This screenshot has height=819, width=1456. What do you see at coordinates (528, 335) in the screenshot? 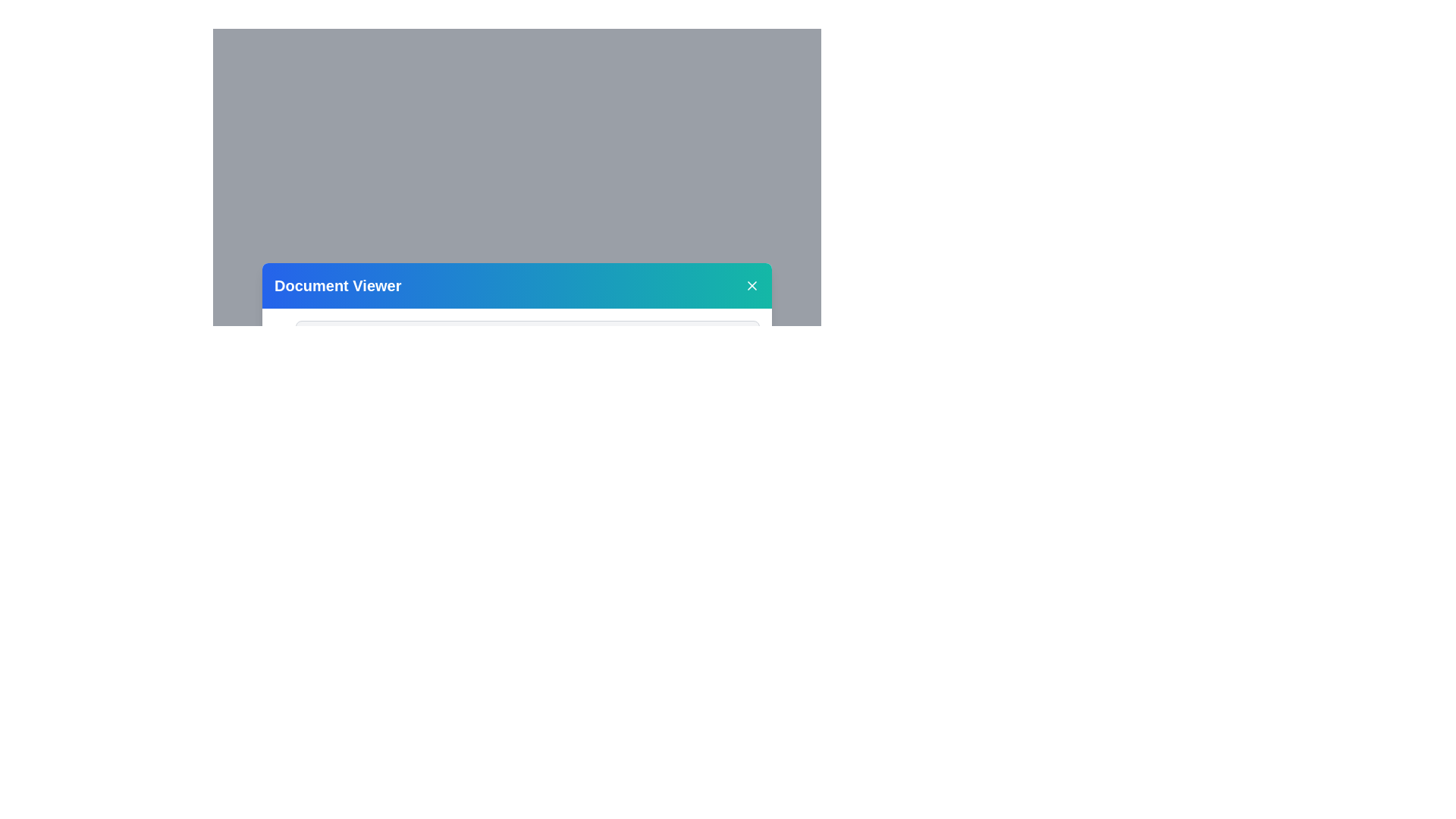
I see `the search input field to focus it` at bounding box center [528, 335].